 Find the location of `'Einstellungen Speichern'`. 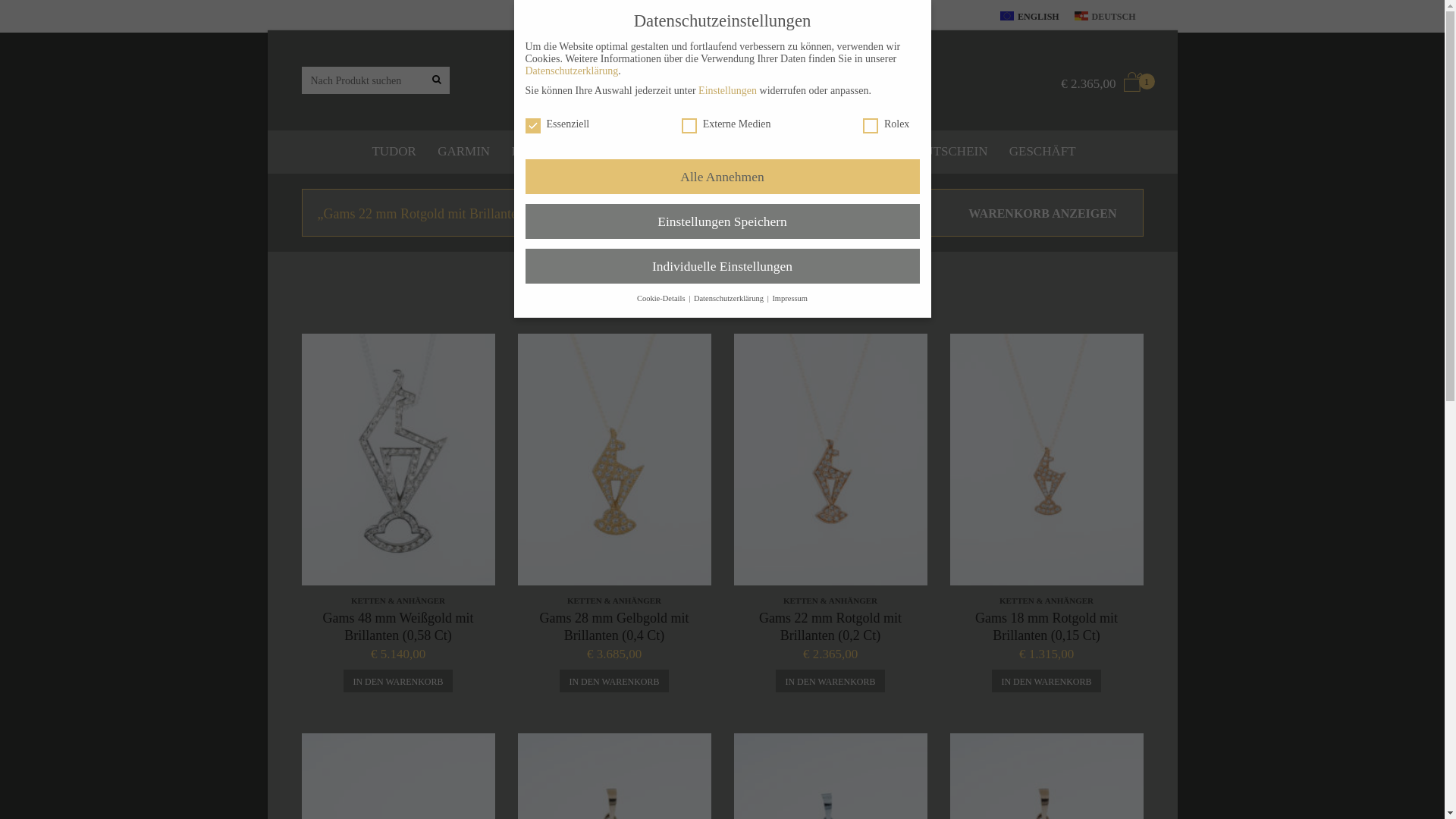

'Einstellungen Speichern' is located at coordinates (720, 221).